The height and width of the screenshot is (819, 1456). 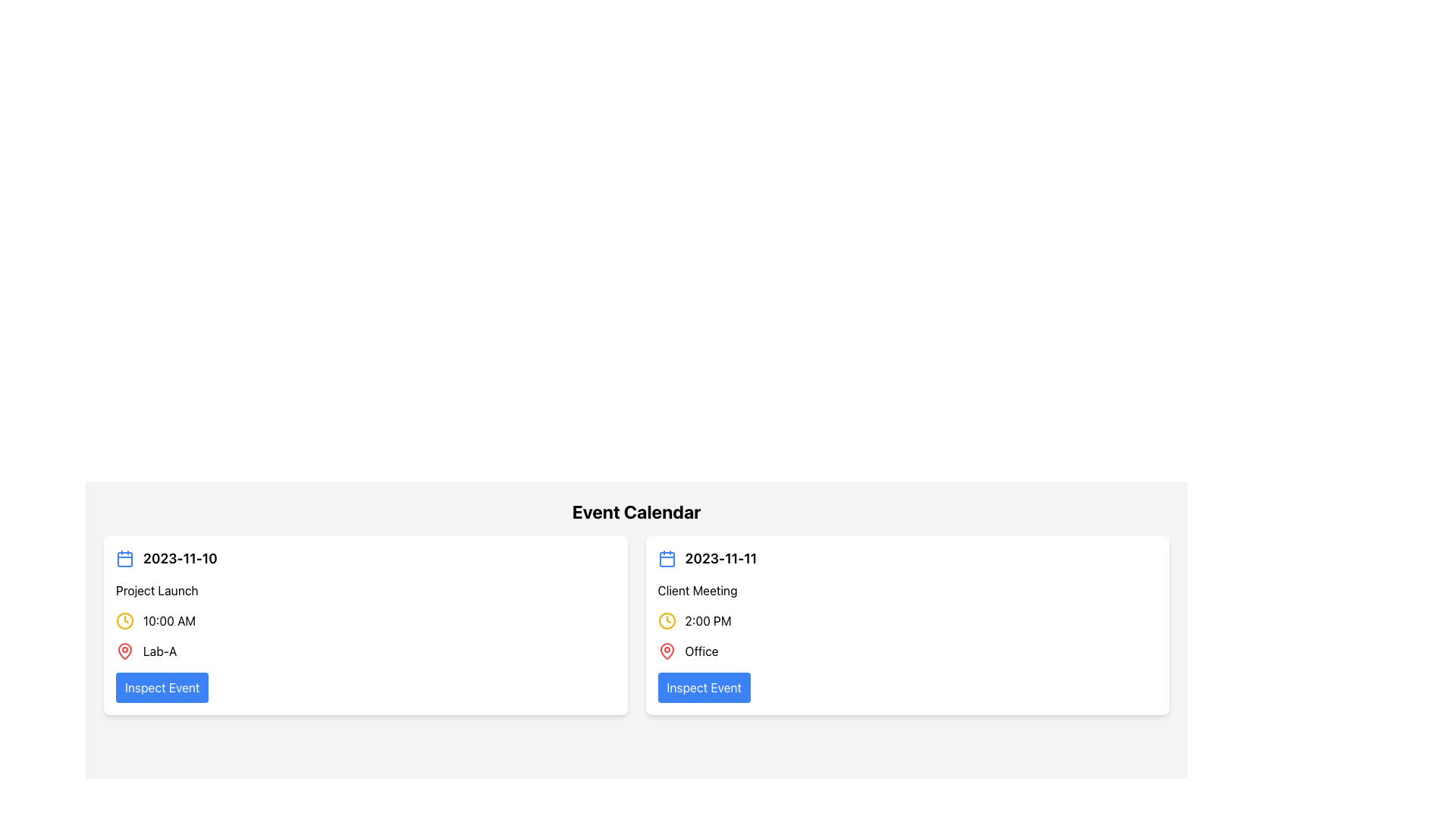 What do you see at coordinates (667, 620) in the screenshot?
I see `the event time detail icon located in the right event card under 'Event Calendar', positioned above the location indicator and next to the '2:00 PM' text` at bounding box center [667, 620].